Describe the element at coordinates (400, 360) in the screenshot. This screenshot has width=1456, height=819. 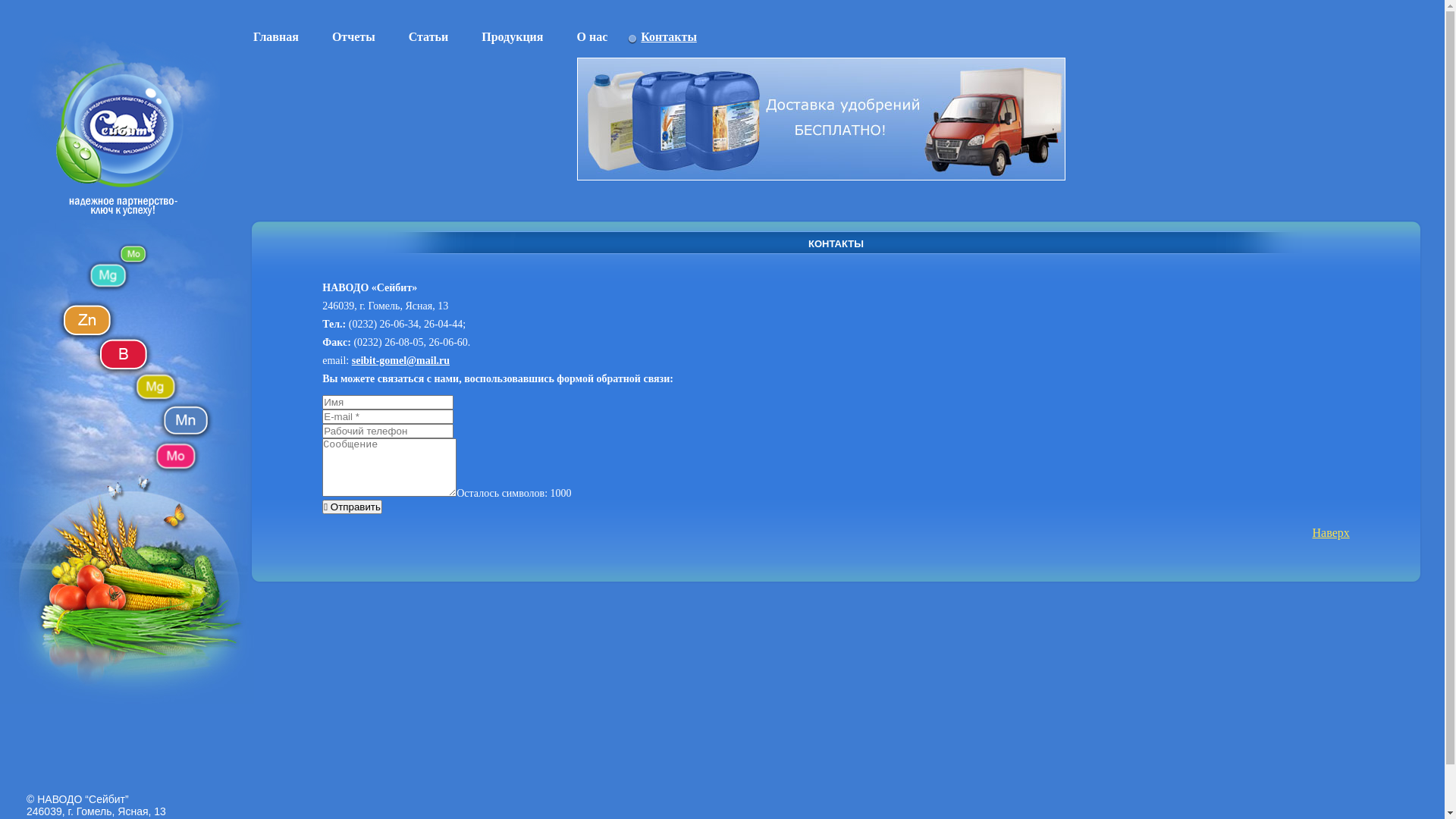
I see `'seibit-gomel@mail.ru'` at that location.